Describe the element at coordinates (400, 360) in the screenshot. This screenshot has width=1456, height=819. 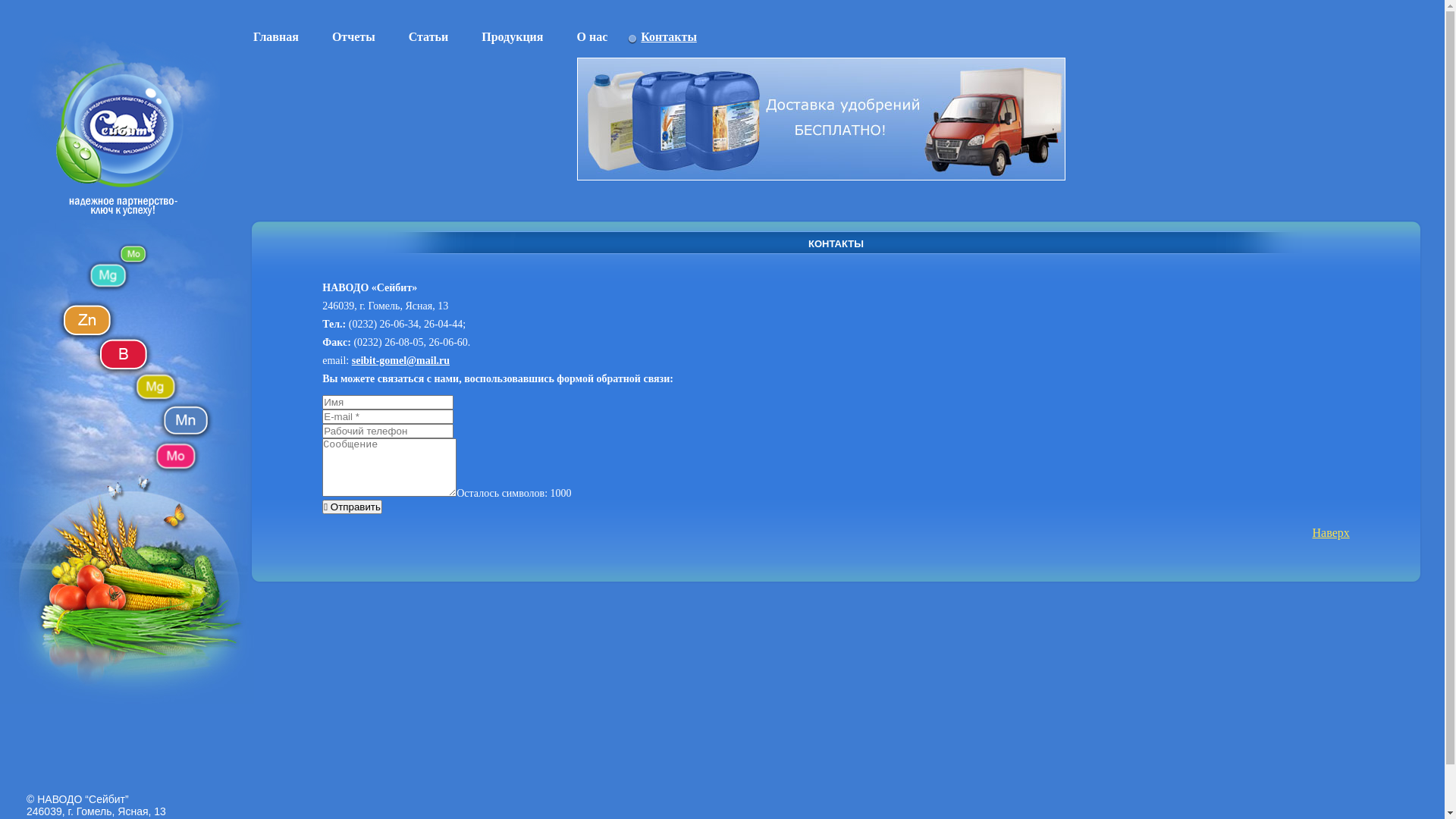
I see `'seibit-gomel@mail.ru'` at that location.